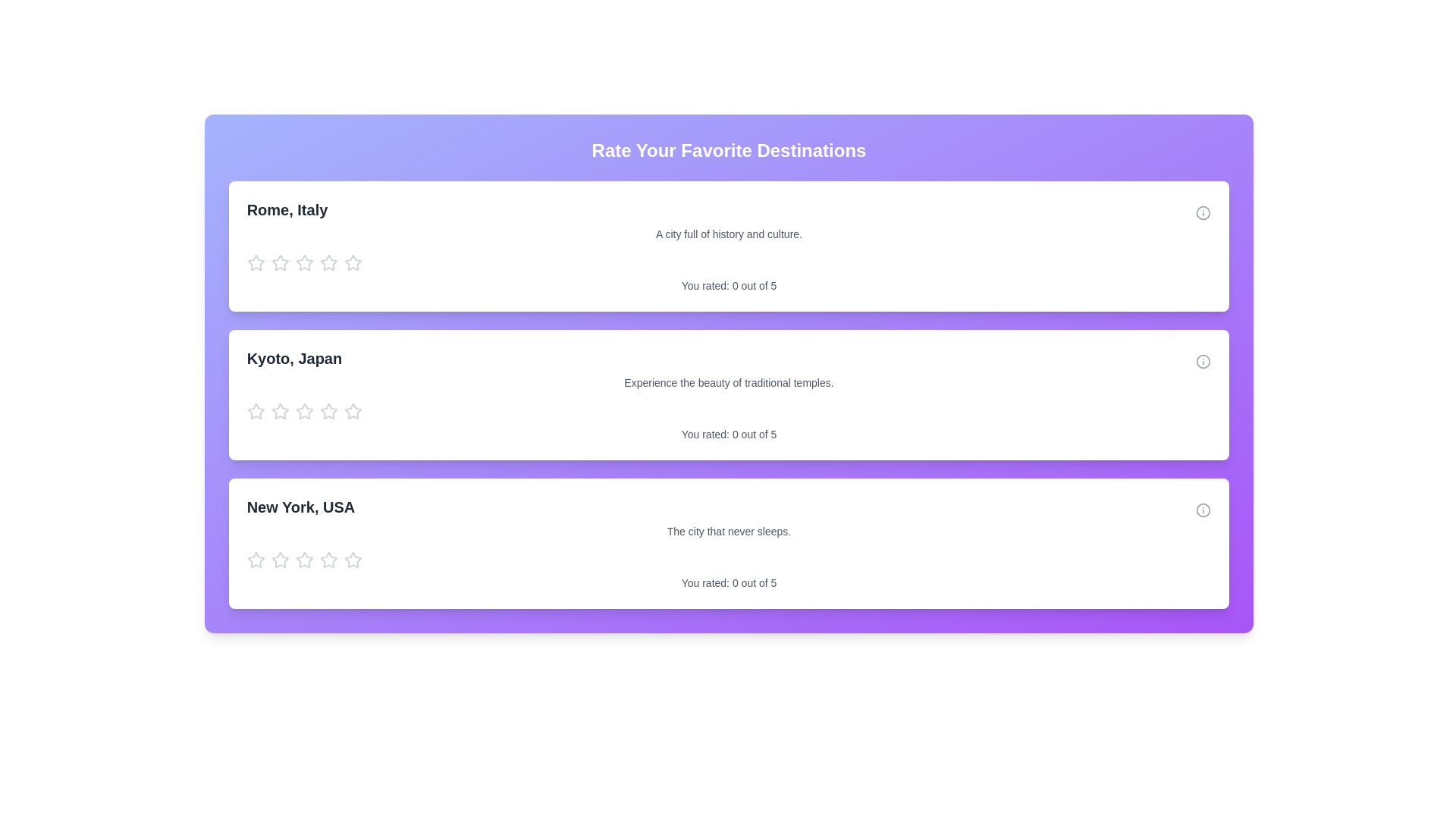 This screenshot has width=1456, height=819. What do you see at coordinates (280, 262) in the screenshot?
I see `the first star icon in the rating section under the title 'Rome, Italy'` at bounding box center [280, 262].